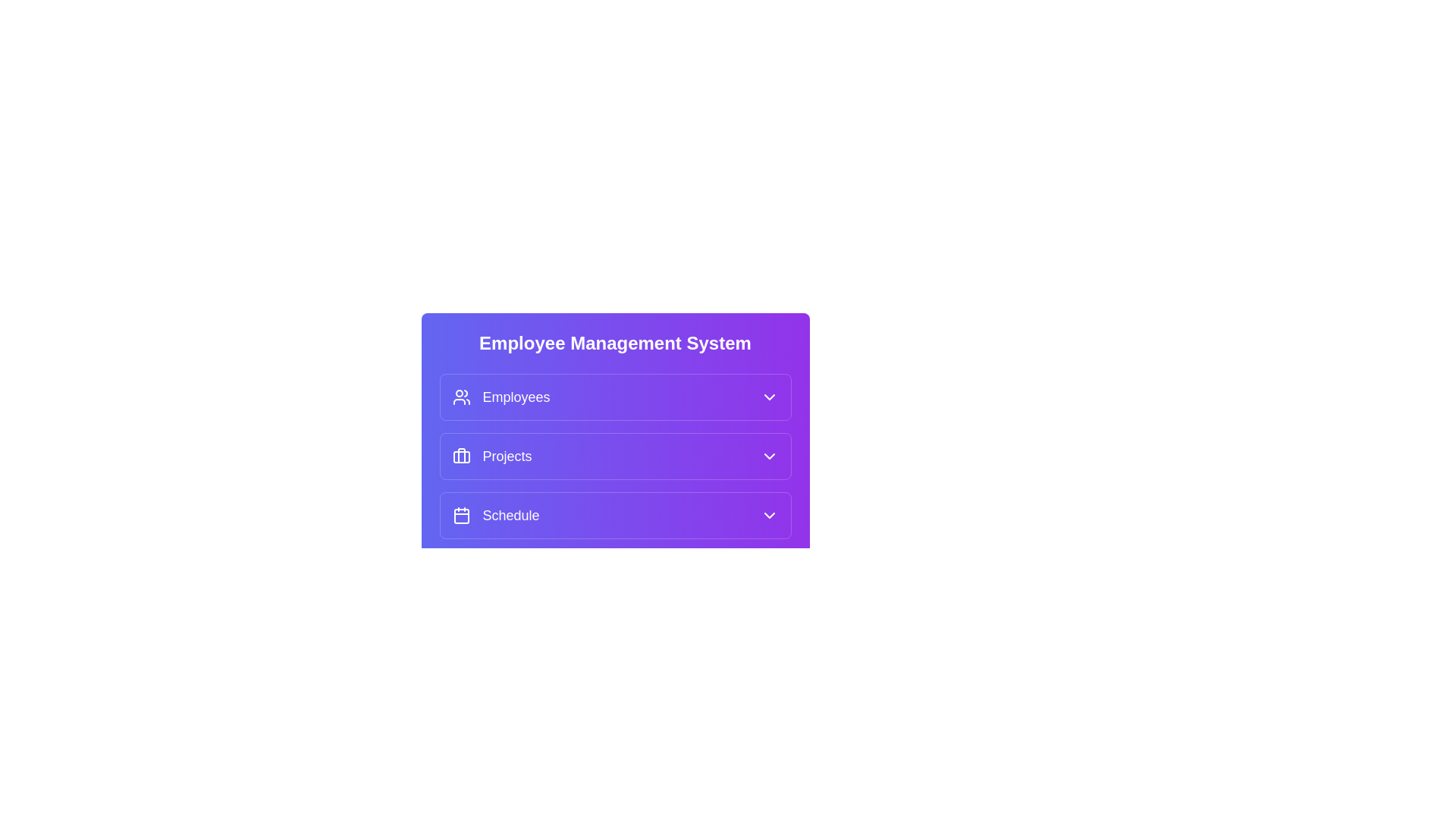 This screenshot has height=819, width=1456. Describe the element at coordinates (615, 514) in the screenshot. I see `the 'Schedule' button located` at that location.